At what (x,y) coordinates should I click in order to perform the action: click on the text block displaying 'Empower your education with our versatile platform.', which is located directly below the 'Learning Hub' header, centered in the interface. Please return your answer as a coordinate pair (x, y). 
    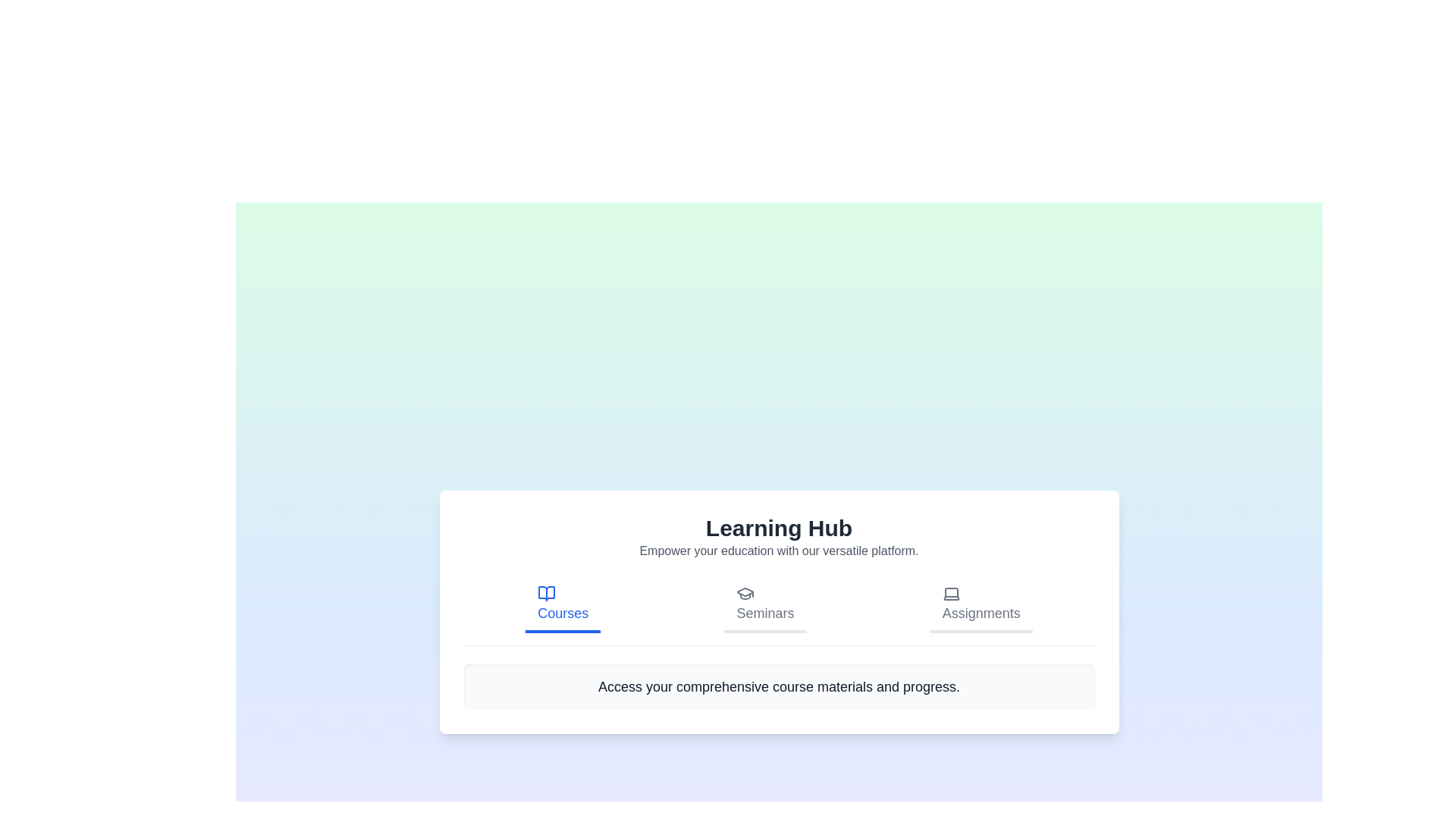
    Looking at the image, I should click on (779, 551).